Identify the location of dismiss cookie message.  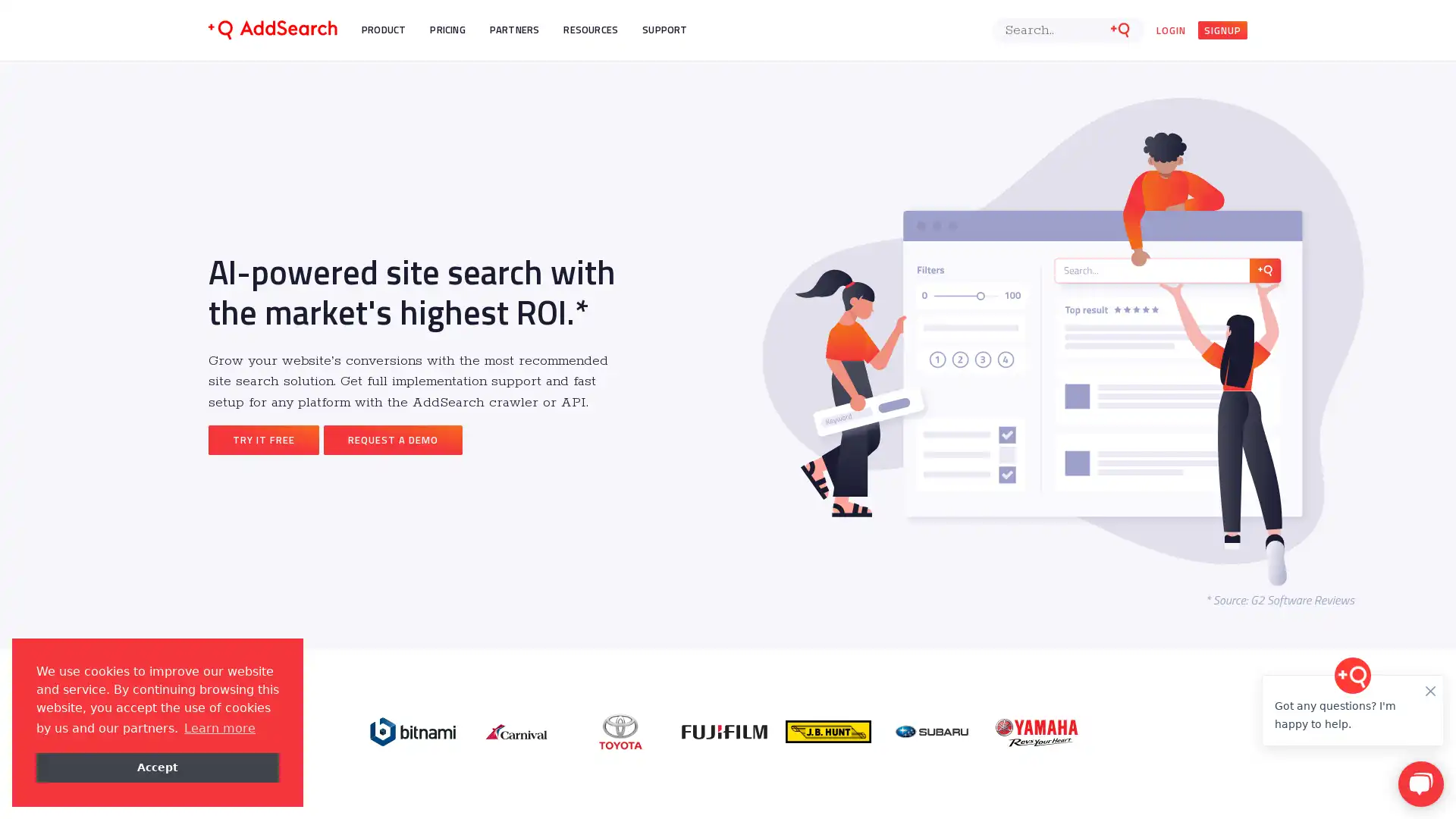
(157, 767).